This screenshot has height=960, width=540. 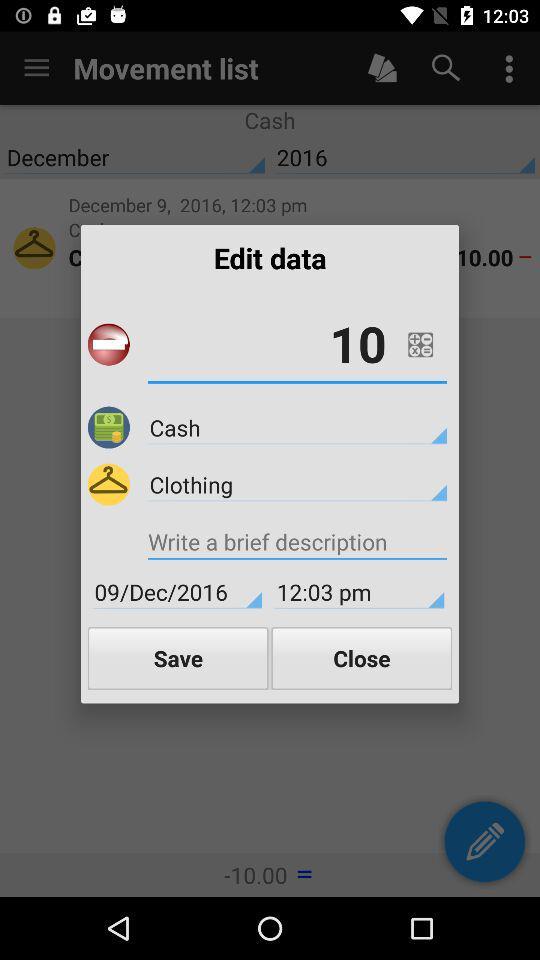 What do you see at coordinates (360, 657) in the screenshot?
I see `the icon next to save icon` at bounding box center [360, 657].